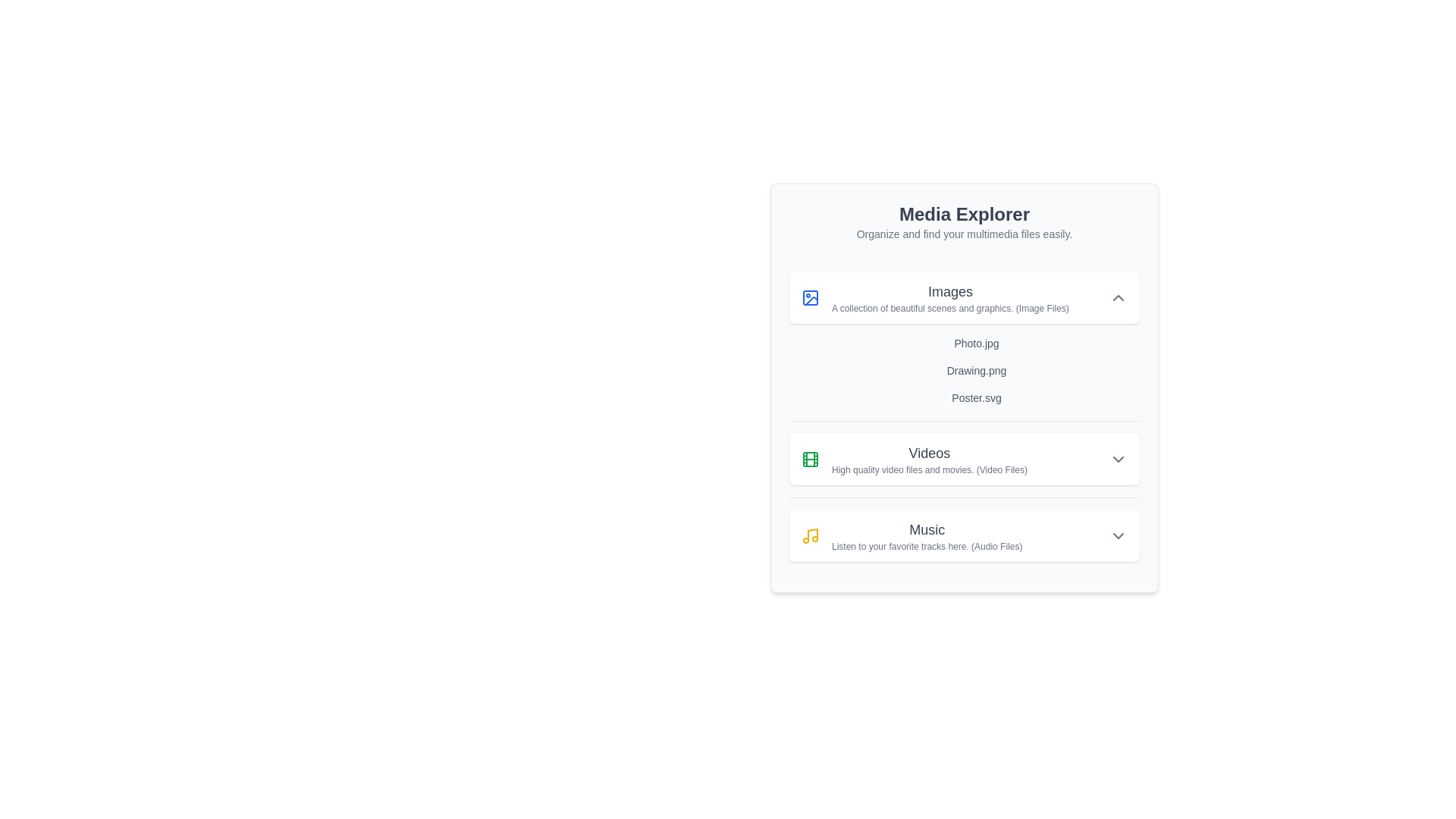 The image size is (1456, 819). What do you see at coordinates (926, 535) in the screenshot?
I see `the 'Music' section header and description text block located under the 'Videos' section in the 'Media Explorer' interface` at bounding box center [926, 535].